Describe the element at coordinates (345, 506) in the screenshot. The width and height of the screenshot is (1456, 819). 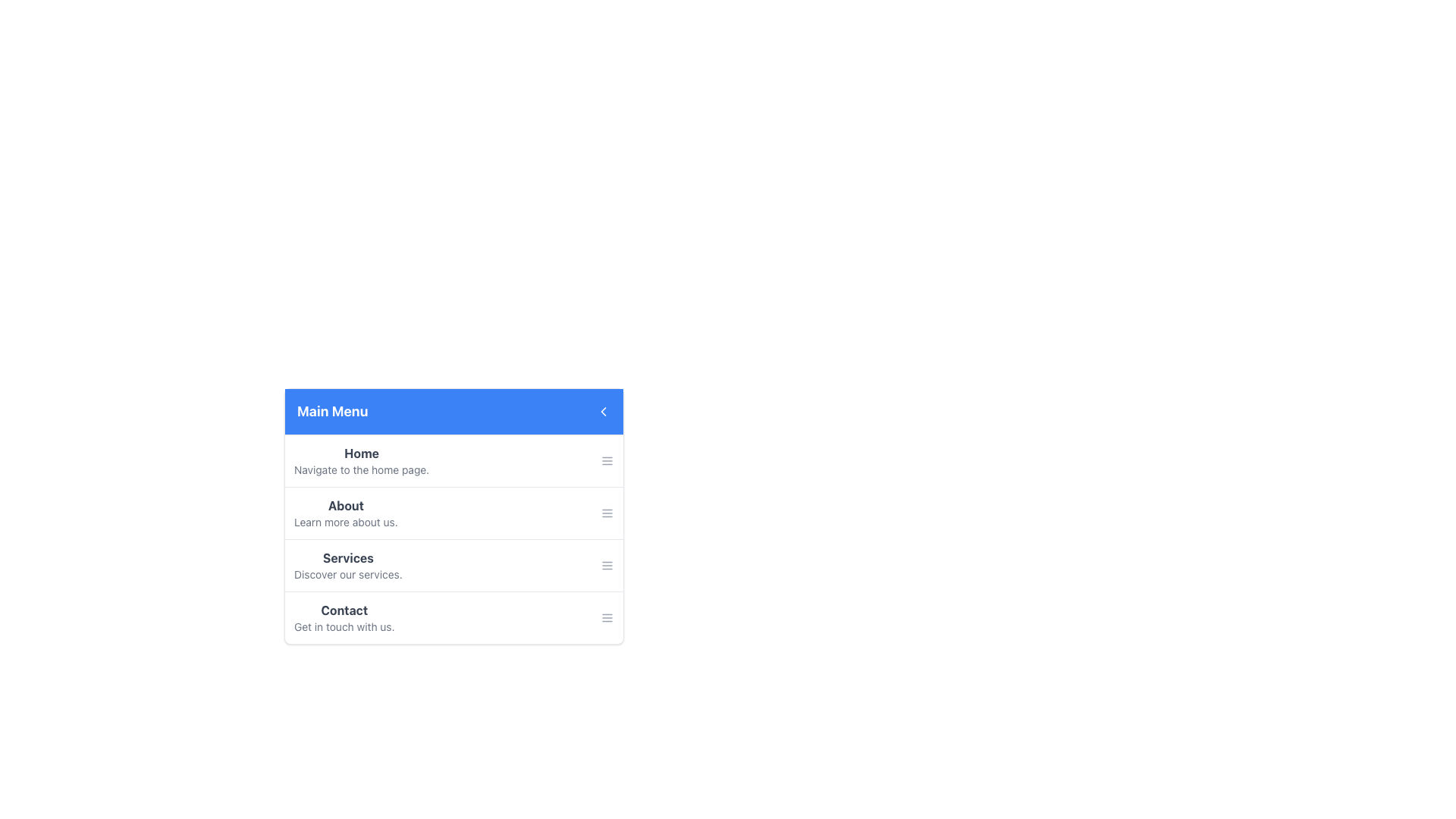
I see `the bold 'About' text label in the menu, which is styled in gray and positioned above the 'Services' item` at that location.